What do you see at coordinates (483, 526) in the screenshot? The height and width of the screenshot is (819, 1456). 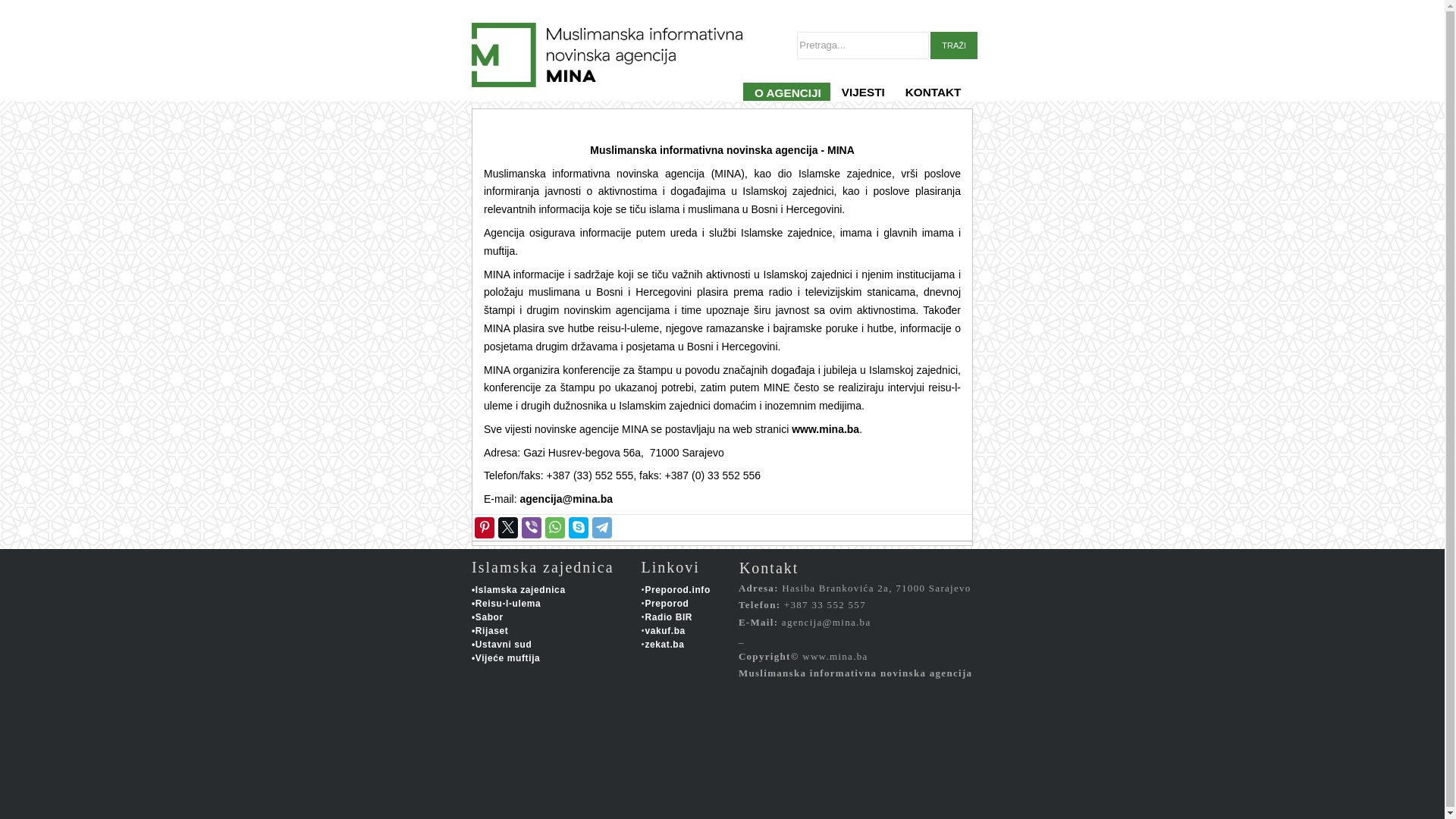 I see `'Pinterest'` at bounding box center [483, 526].